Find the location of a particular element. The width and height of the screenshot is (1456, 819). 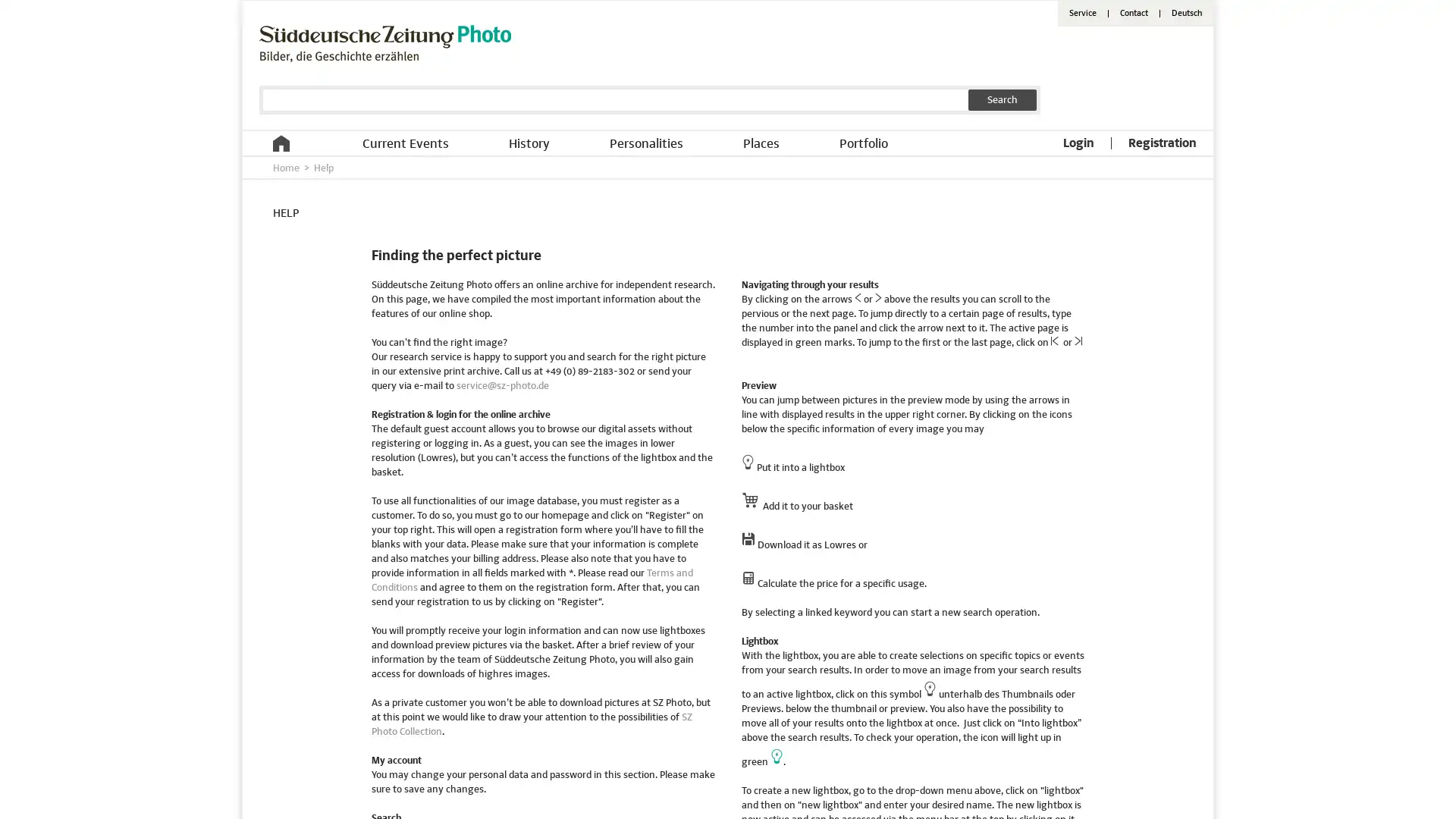

Search is located at coordinates (1002, 99).